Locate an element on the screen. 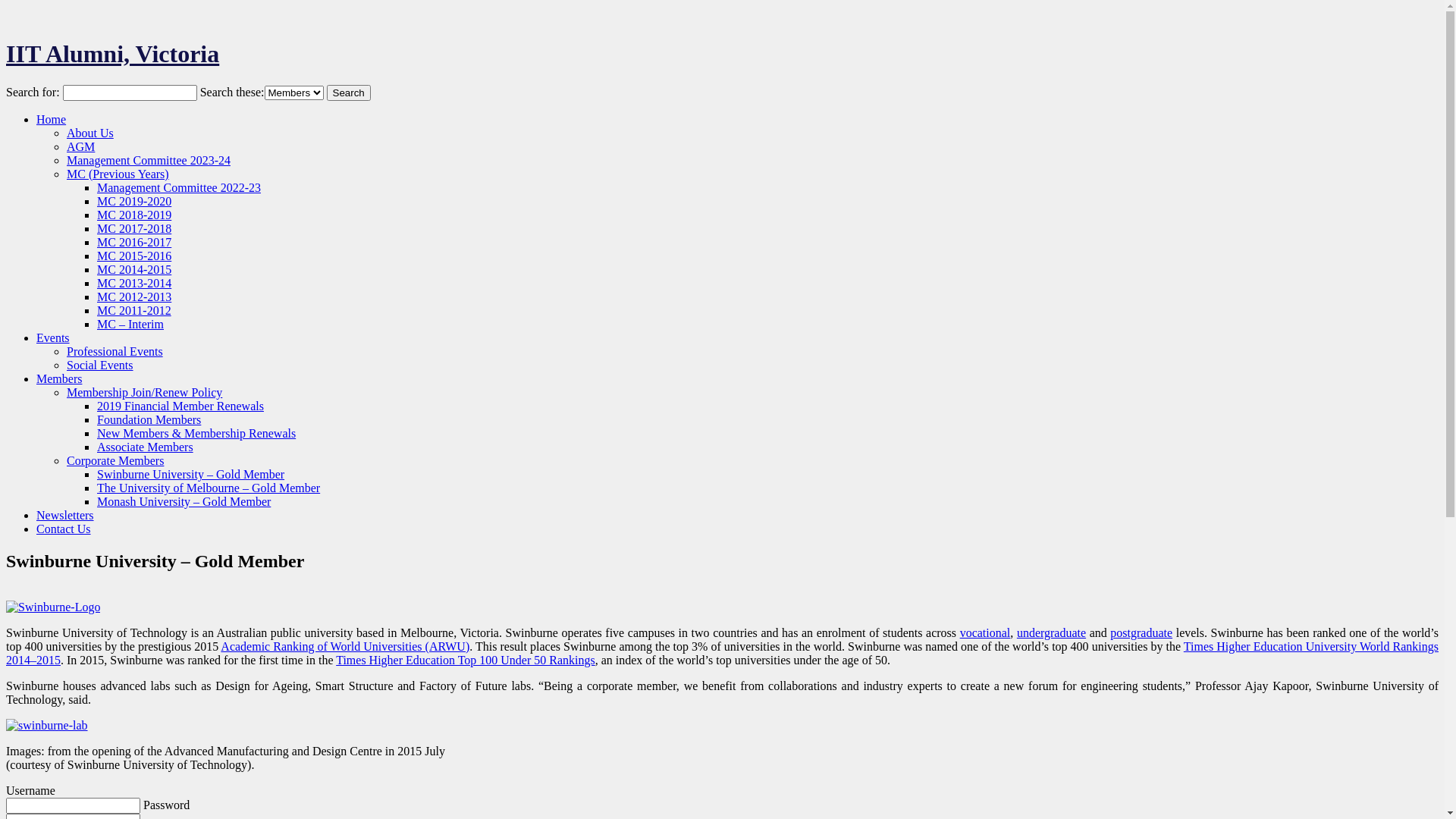  'Members' is located at coordinates (58, 378).